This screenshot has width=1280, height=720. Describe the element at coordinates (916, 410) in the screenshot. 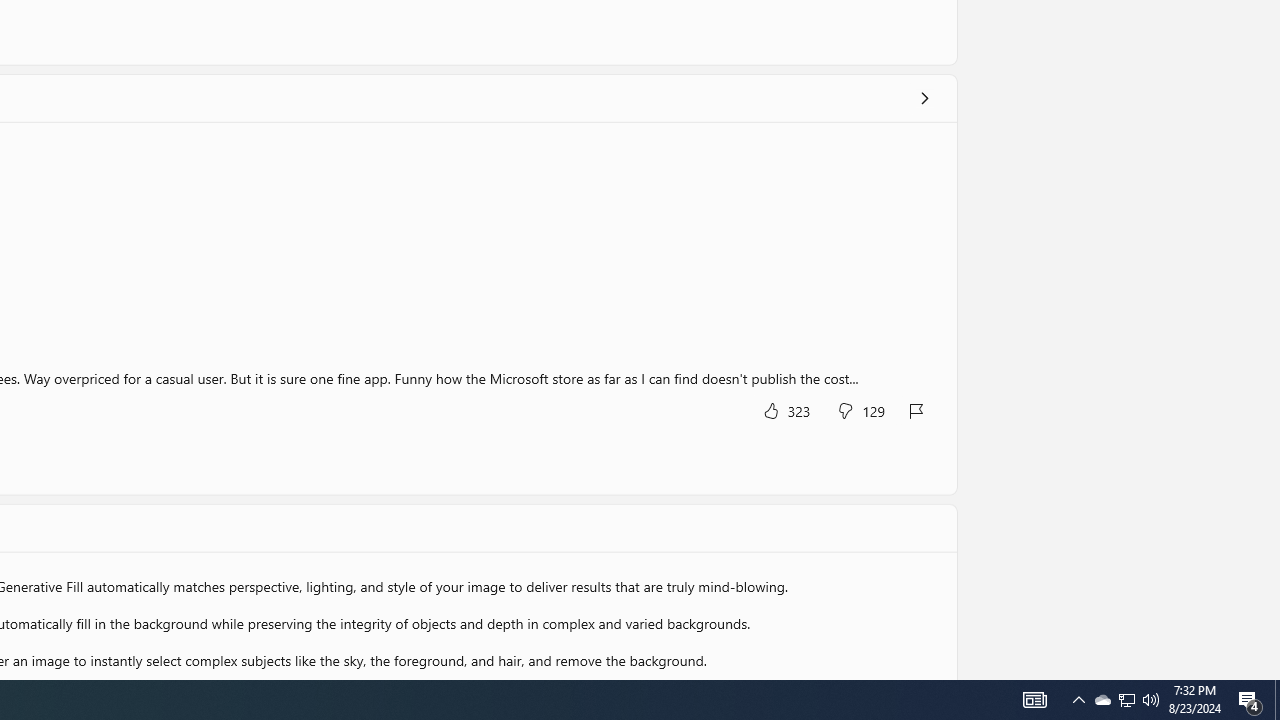

I see `'Report review'` at that location.